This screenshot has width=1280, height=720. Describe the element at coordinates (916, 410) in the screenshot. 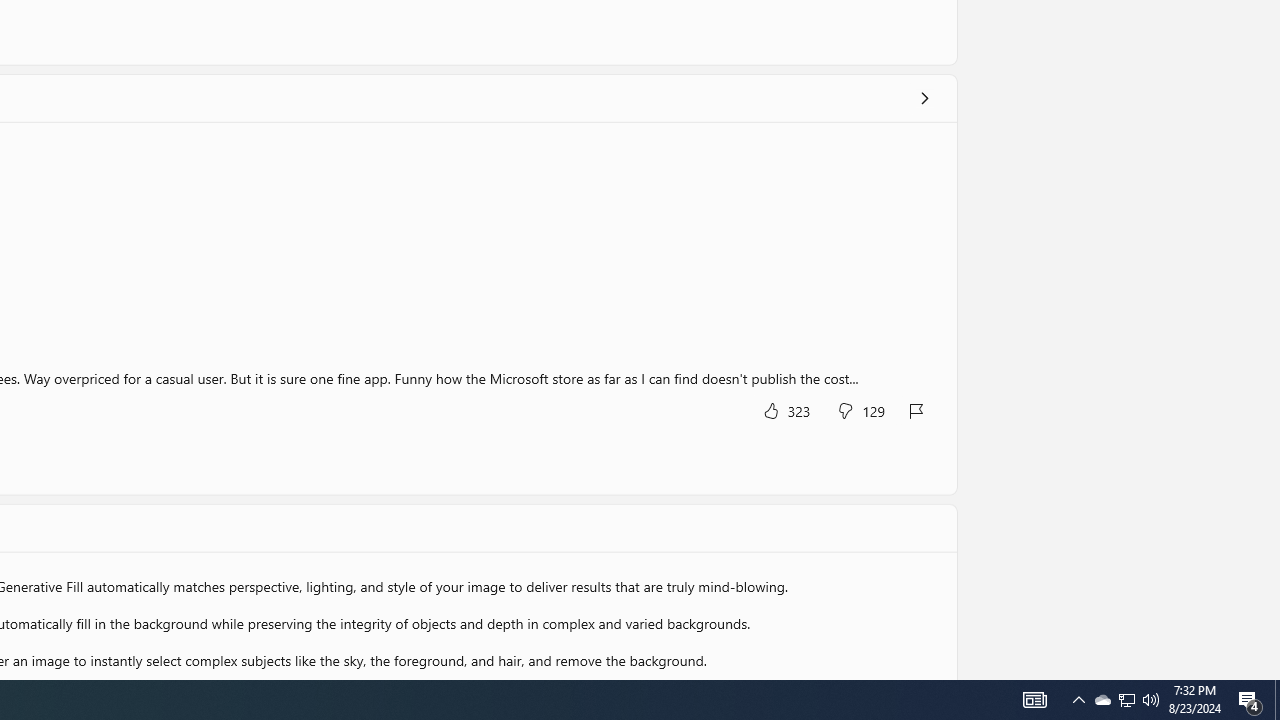

I see `'Report review'` at that location.